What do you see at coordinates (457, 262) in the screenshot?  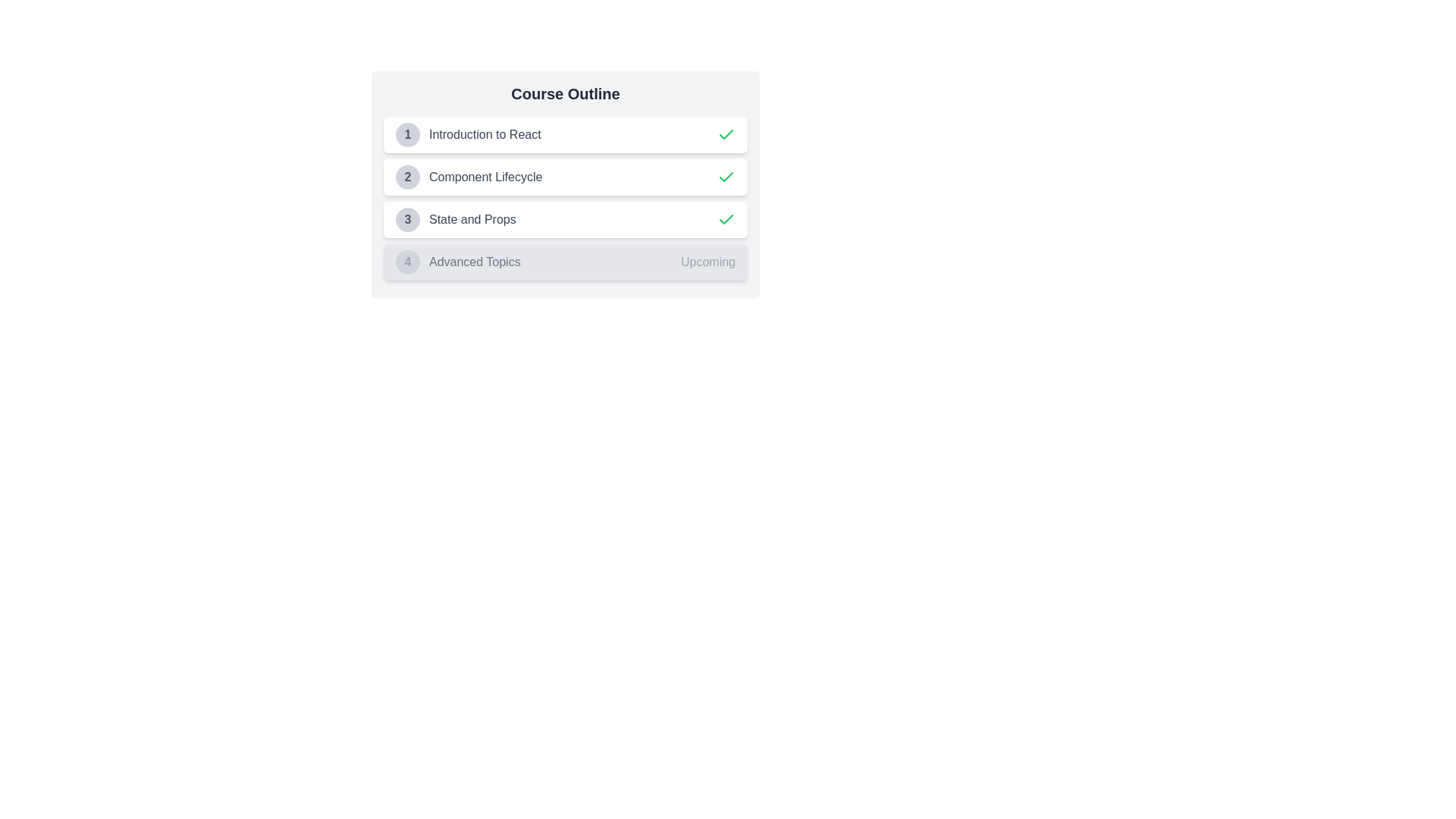 I see `the Static label indicator which shows the numeric badge and textual description indicating the position and title of a course topic` at bounding box center [457, 262].